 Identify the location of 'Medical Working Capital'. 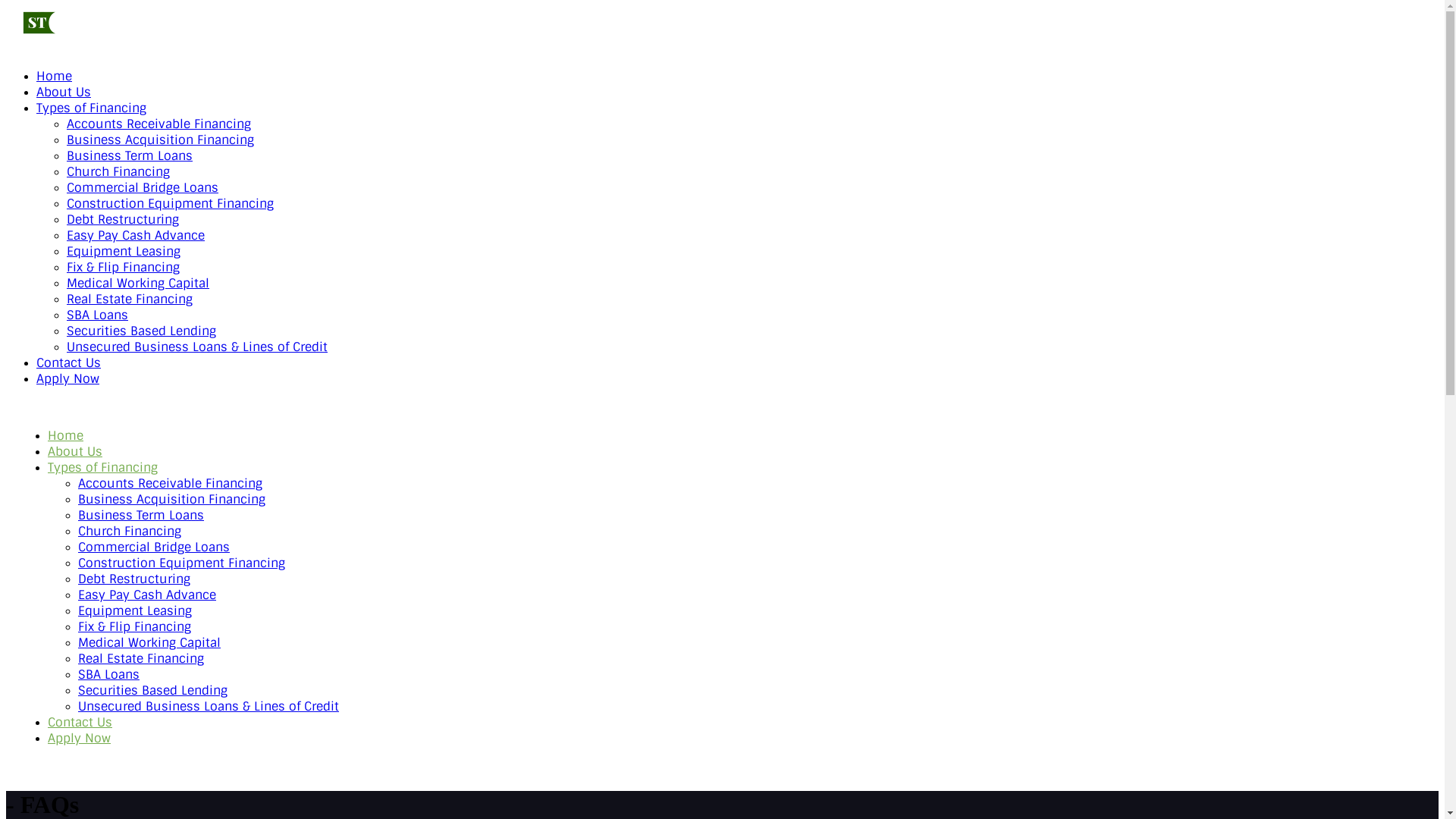
(77, 642).